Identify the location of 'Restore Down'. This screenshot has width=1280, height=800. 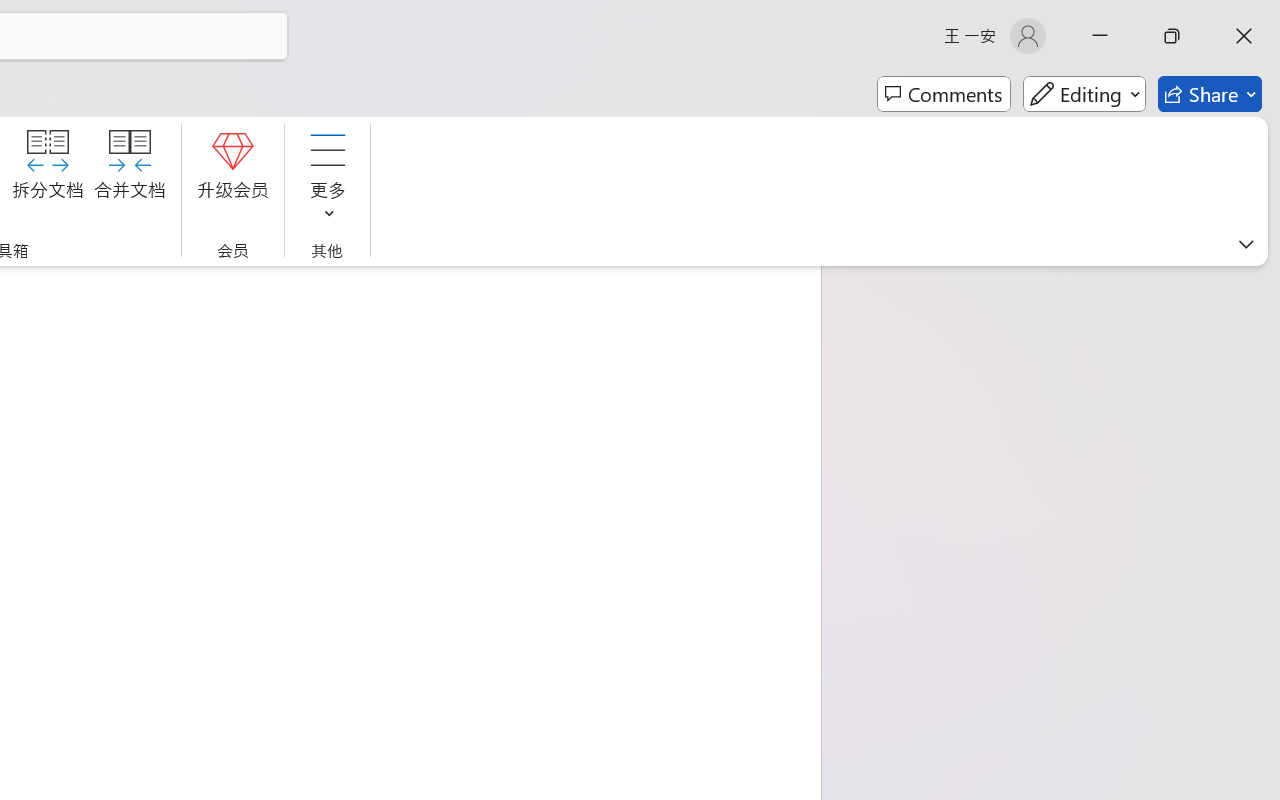
(1172, 35).